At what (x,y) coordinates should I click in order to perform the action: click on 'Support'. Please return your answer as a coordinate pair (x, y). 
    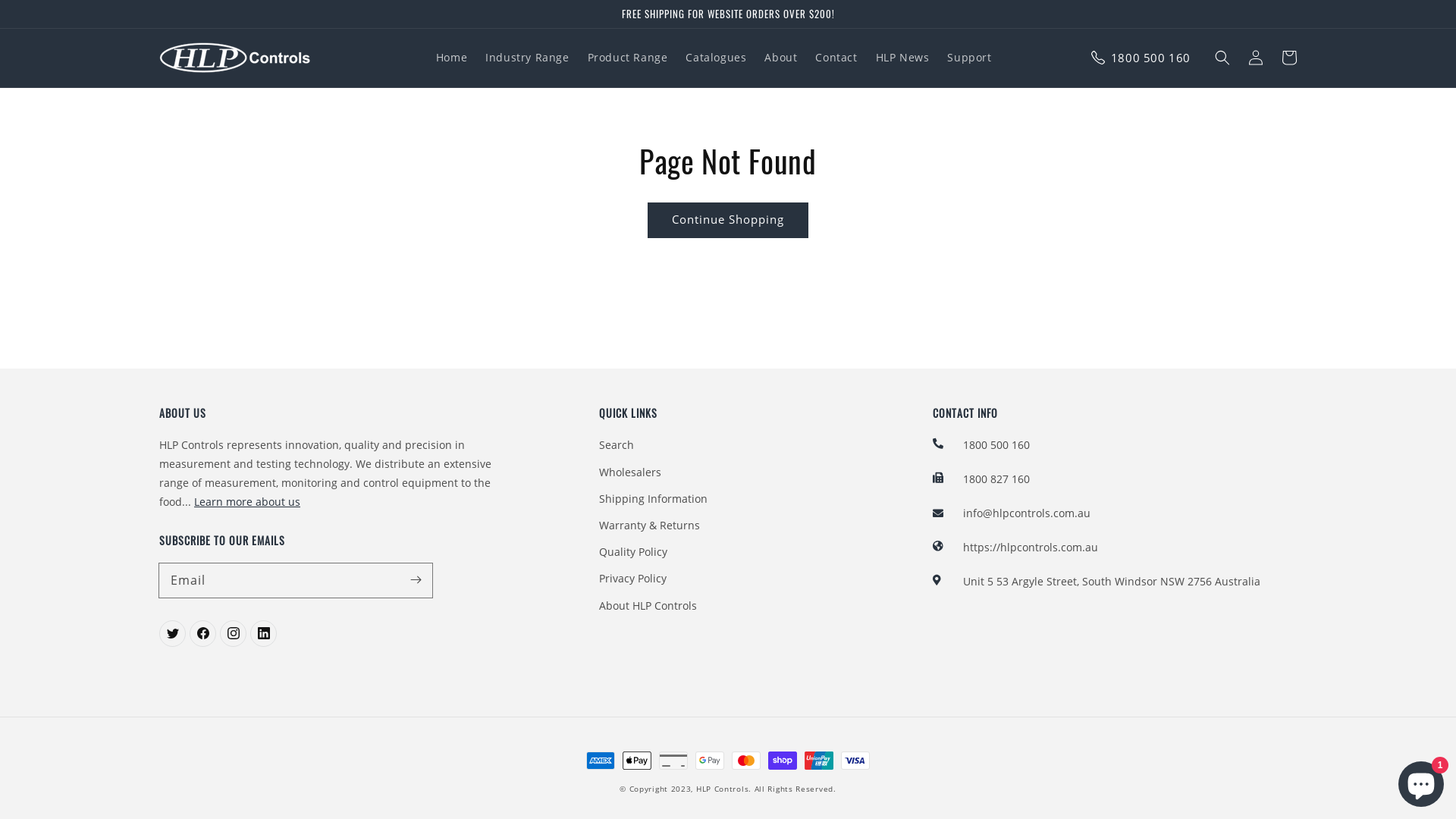
    Looking at the image, I should click on (968, 57).